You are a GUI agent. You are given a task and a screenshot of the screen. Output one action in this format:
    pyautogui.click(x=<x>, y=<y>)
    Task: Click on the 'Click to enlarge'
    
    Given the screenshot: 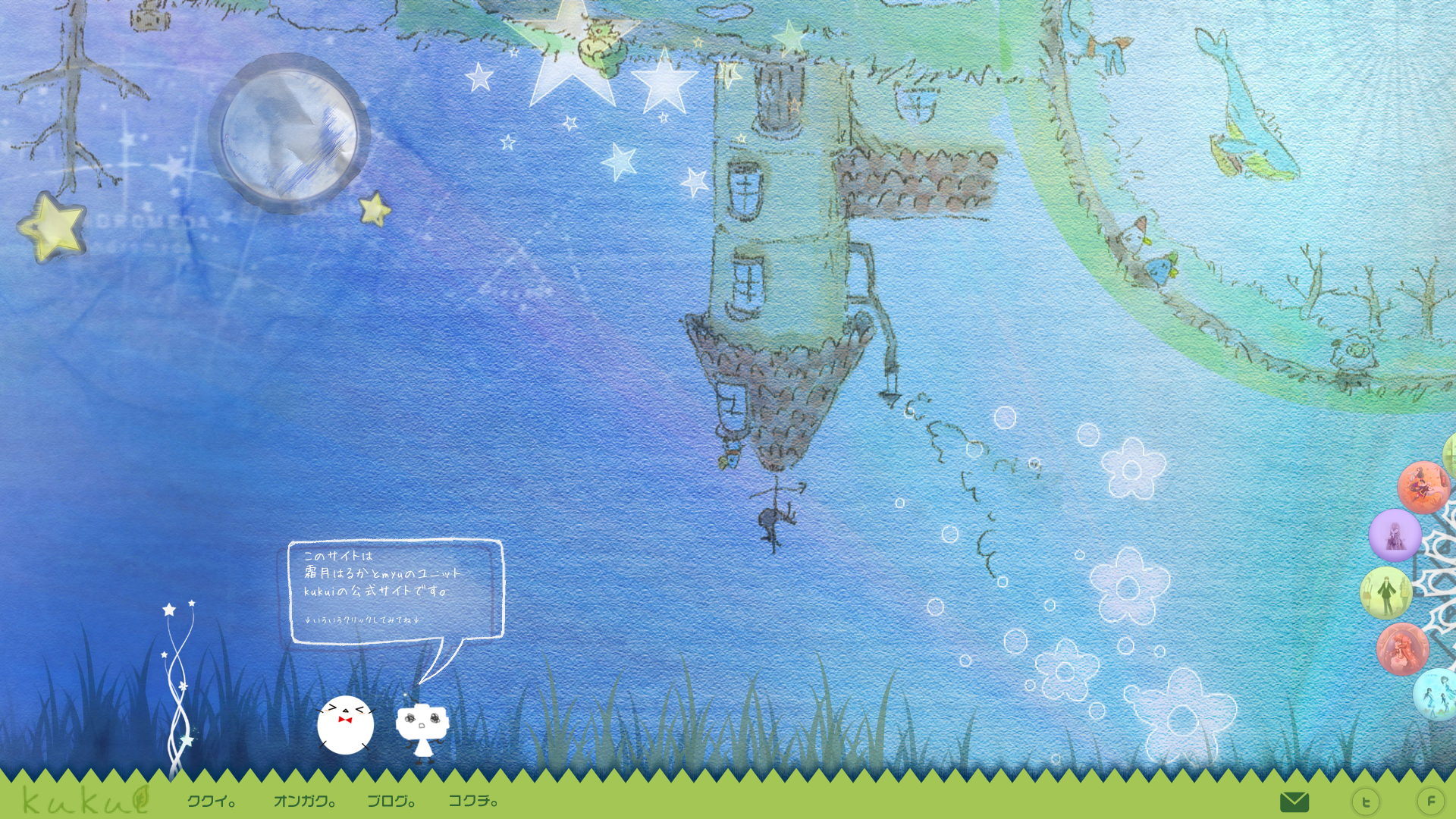 What is the action you would take?
    pyautogui.click(x=1376, y=648)
    